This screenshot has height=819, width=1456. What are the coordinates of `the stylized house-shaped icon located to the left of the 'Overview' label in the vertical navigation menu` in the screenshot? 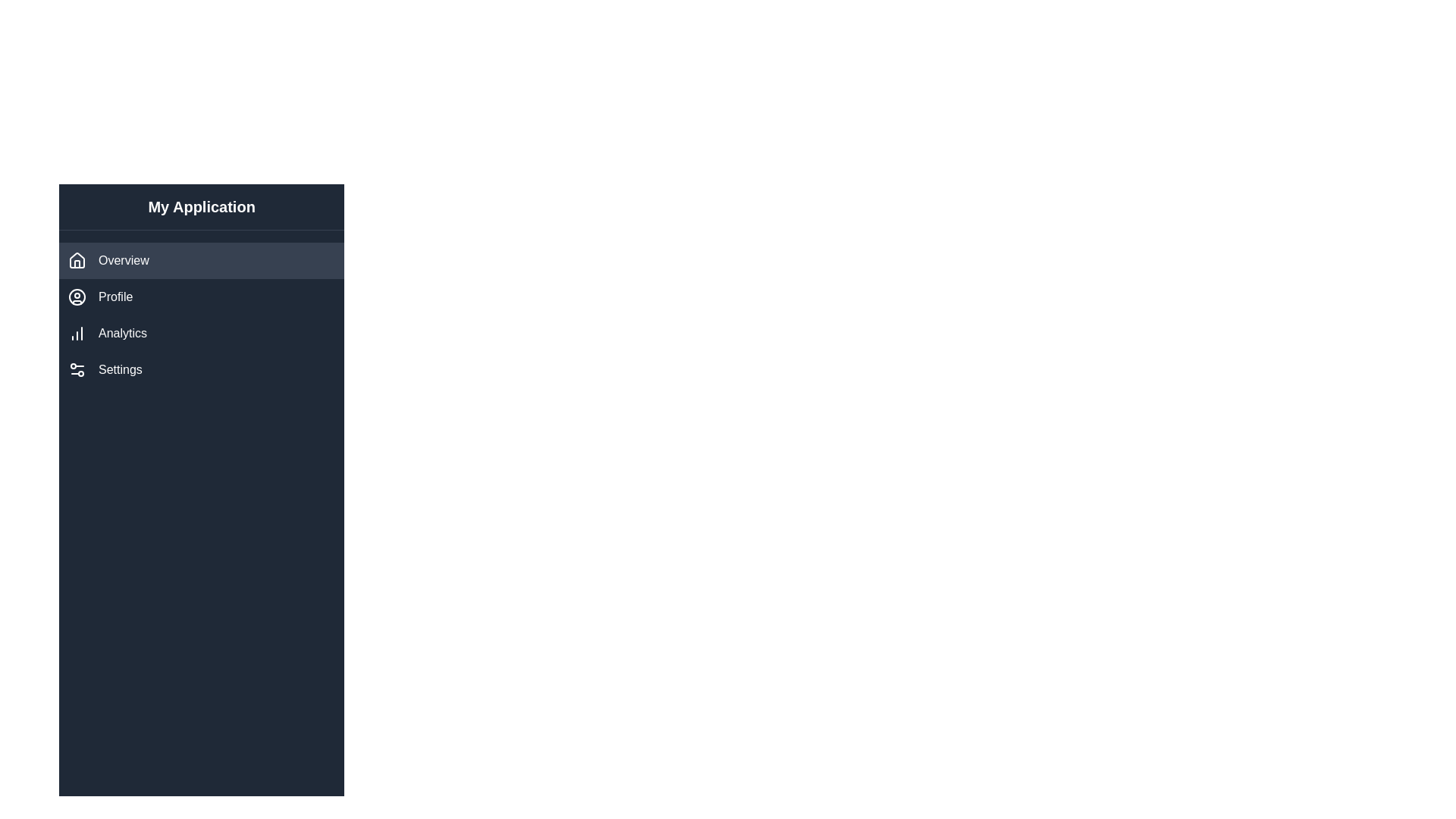 It's located at (76, 259).